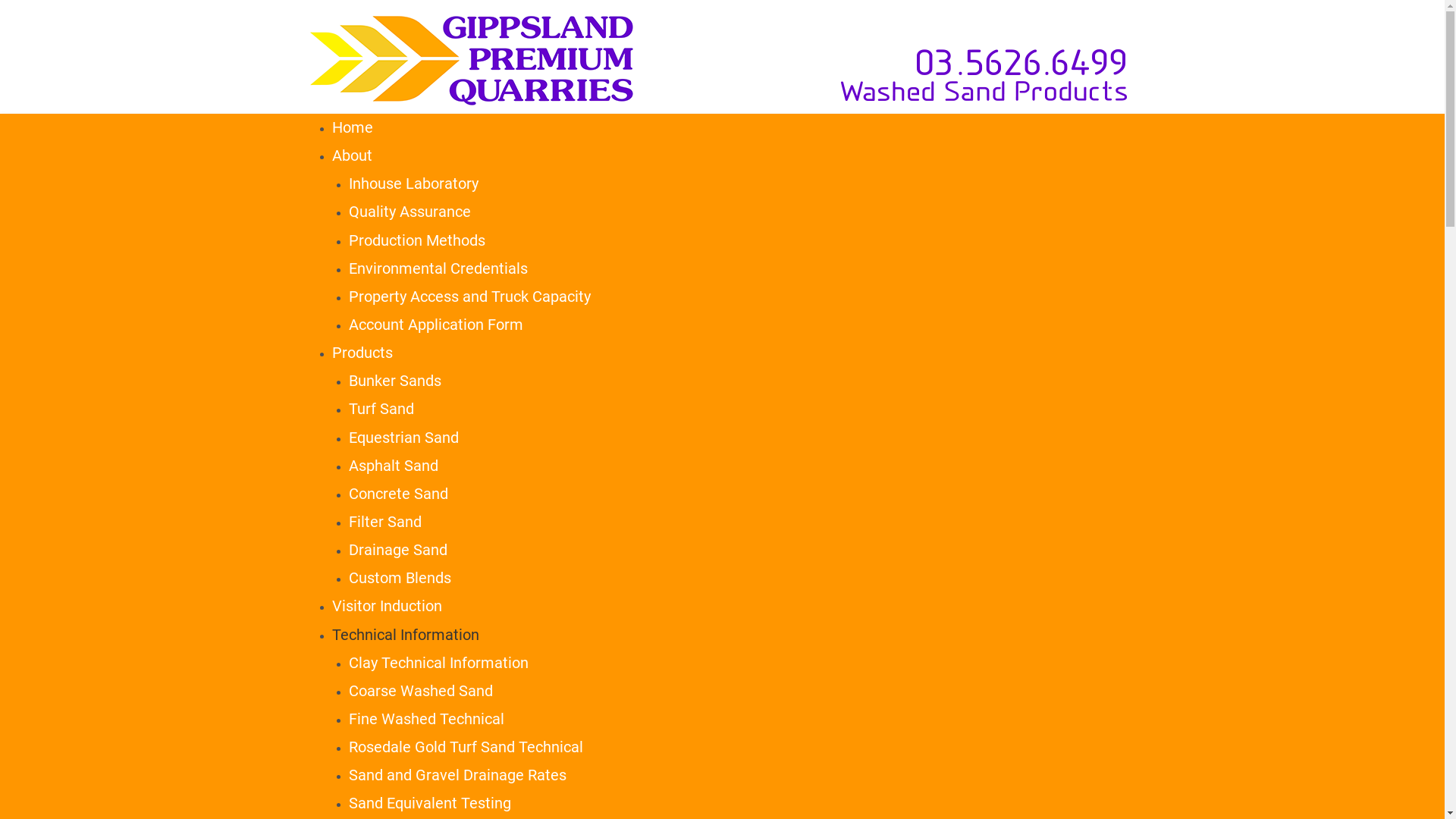  I want to click on 'Property Access and Truck Capacity', so click(469, 296).